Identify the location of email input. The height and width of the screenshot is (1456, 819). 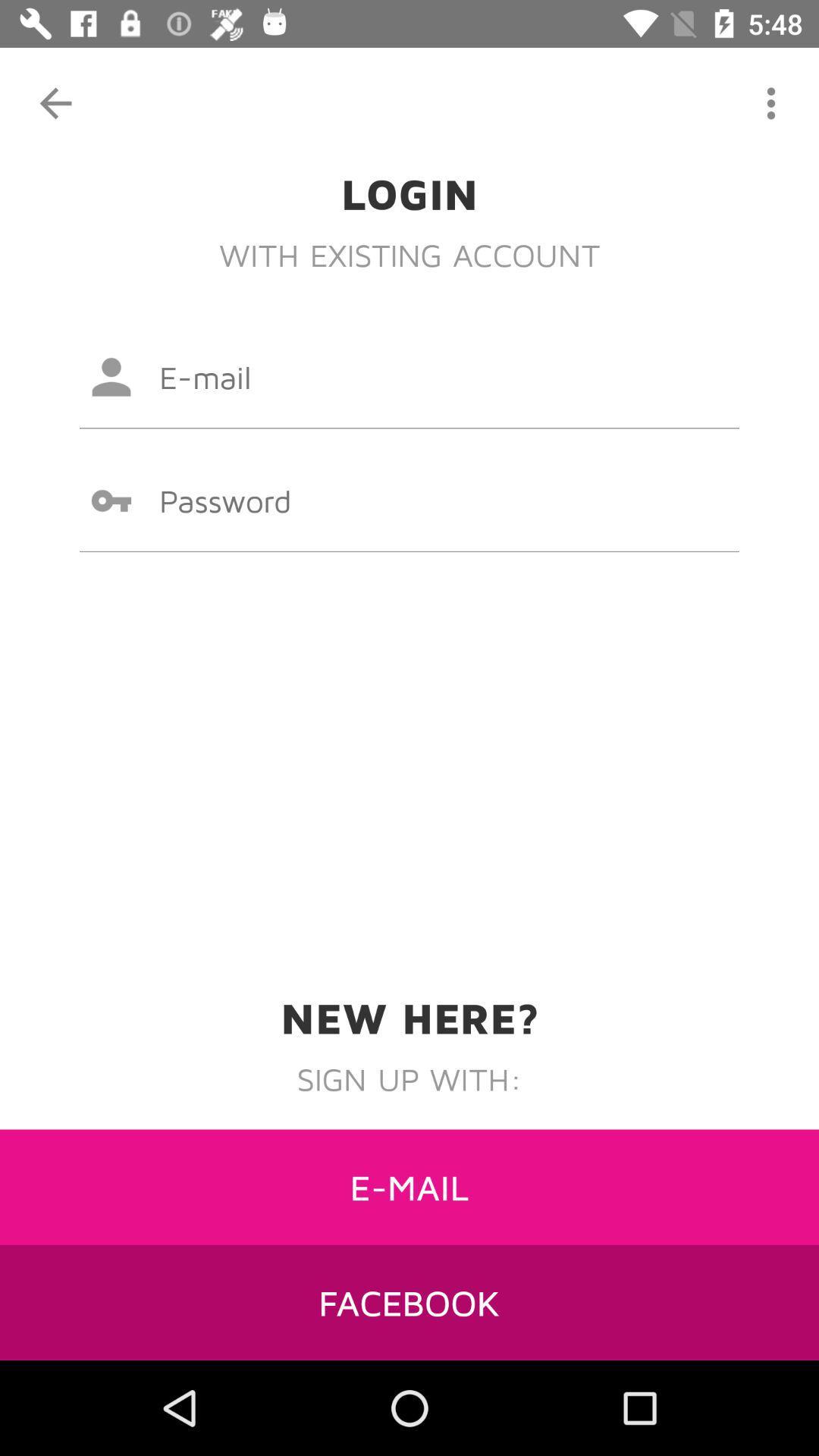
(409, 377).